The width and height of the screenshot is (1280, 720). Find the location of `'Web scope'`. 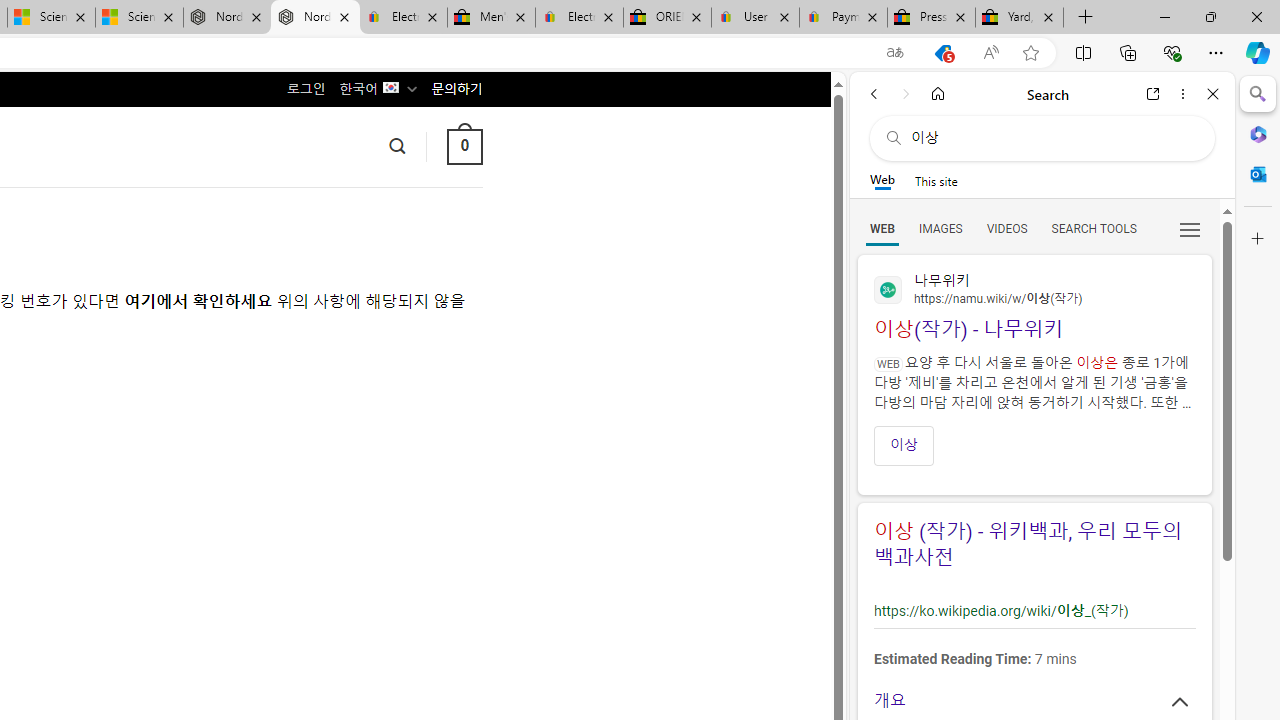

'Web scope' is located at coordinates (881, 180).